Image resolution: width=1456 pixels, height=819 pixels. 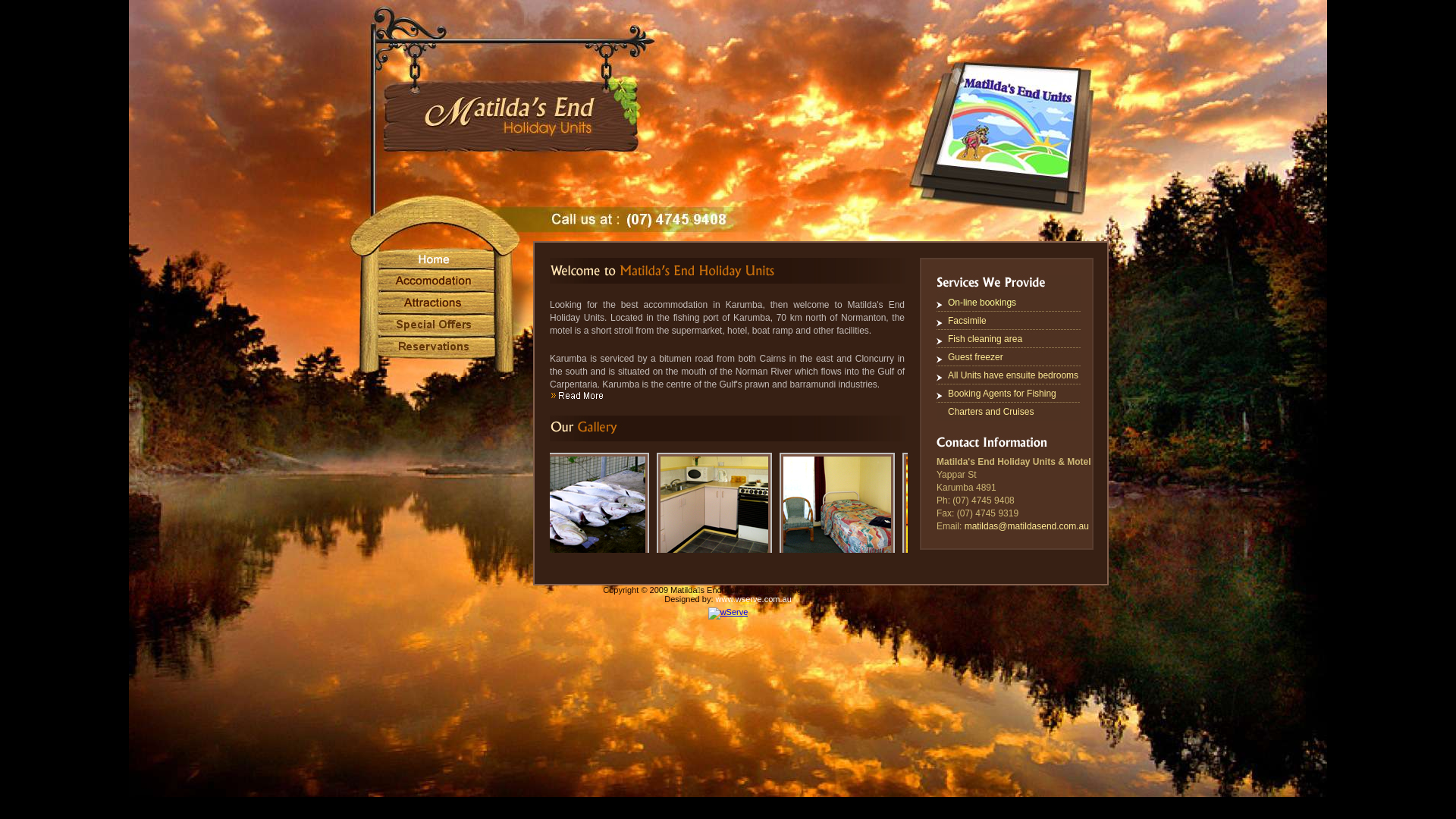 What do you see at coordinates (982, 302) in the screenshot?
I see `'On-line bookings'` at bounding box center [982, 302].